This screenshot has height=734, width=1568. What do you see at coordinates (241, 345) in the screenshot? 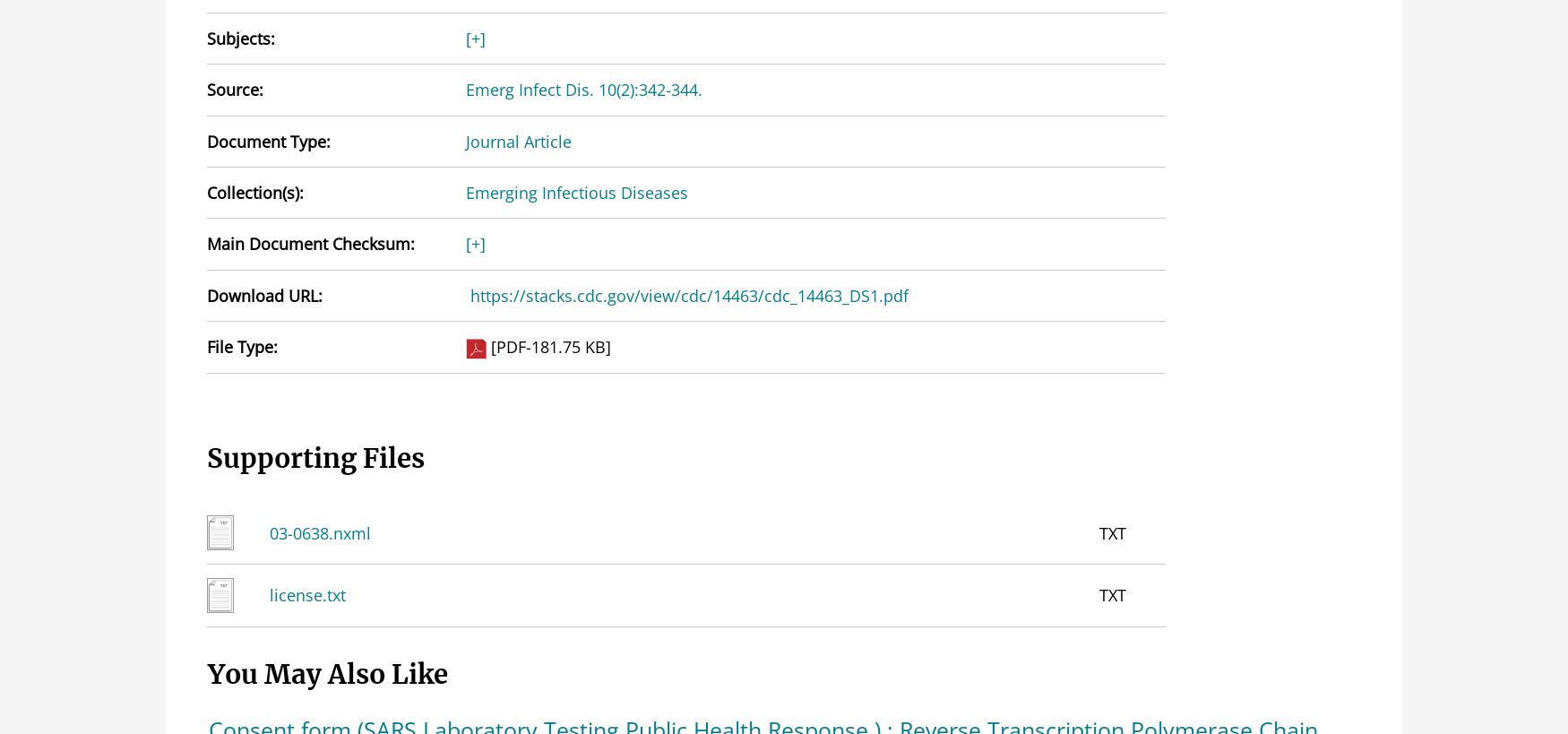
I see `'File Type:'` at bounding box center [241, 345].